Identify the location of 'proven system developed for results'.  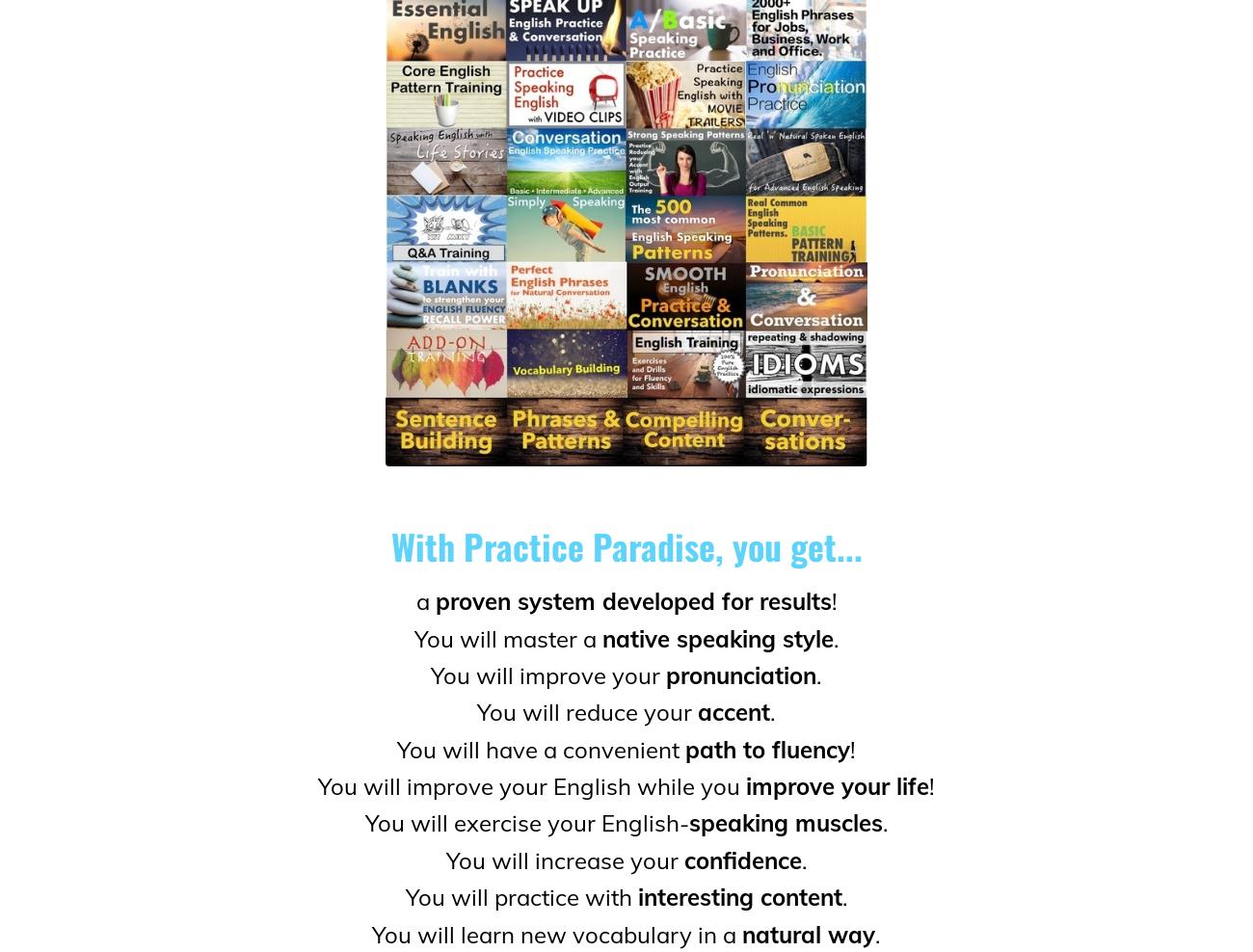
(631, 600).